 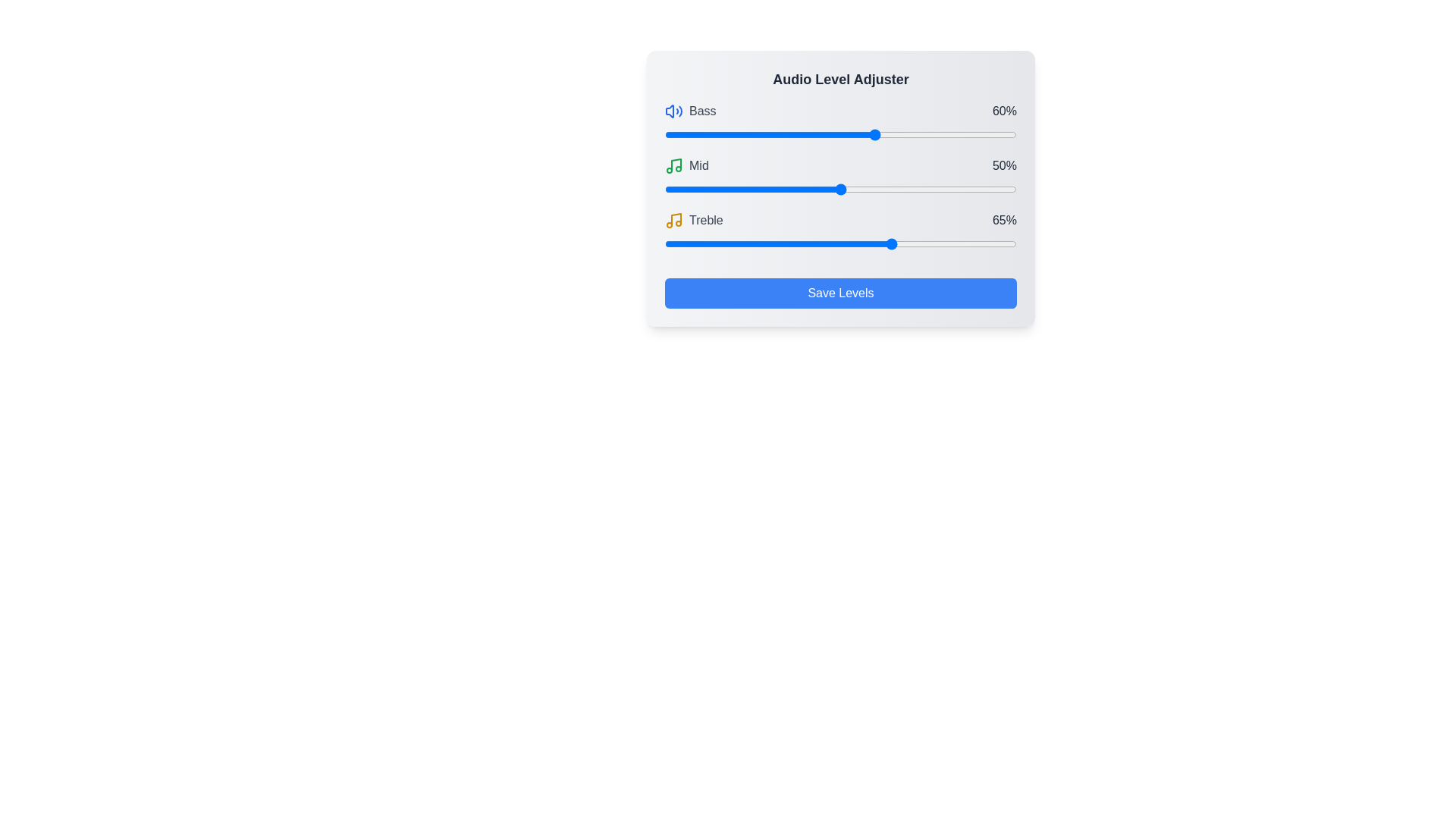 I want to click on the slider, so click(x=801, y=243).